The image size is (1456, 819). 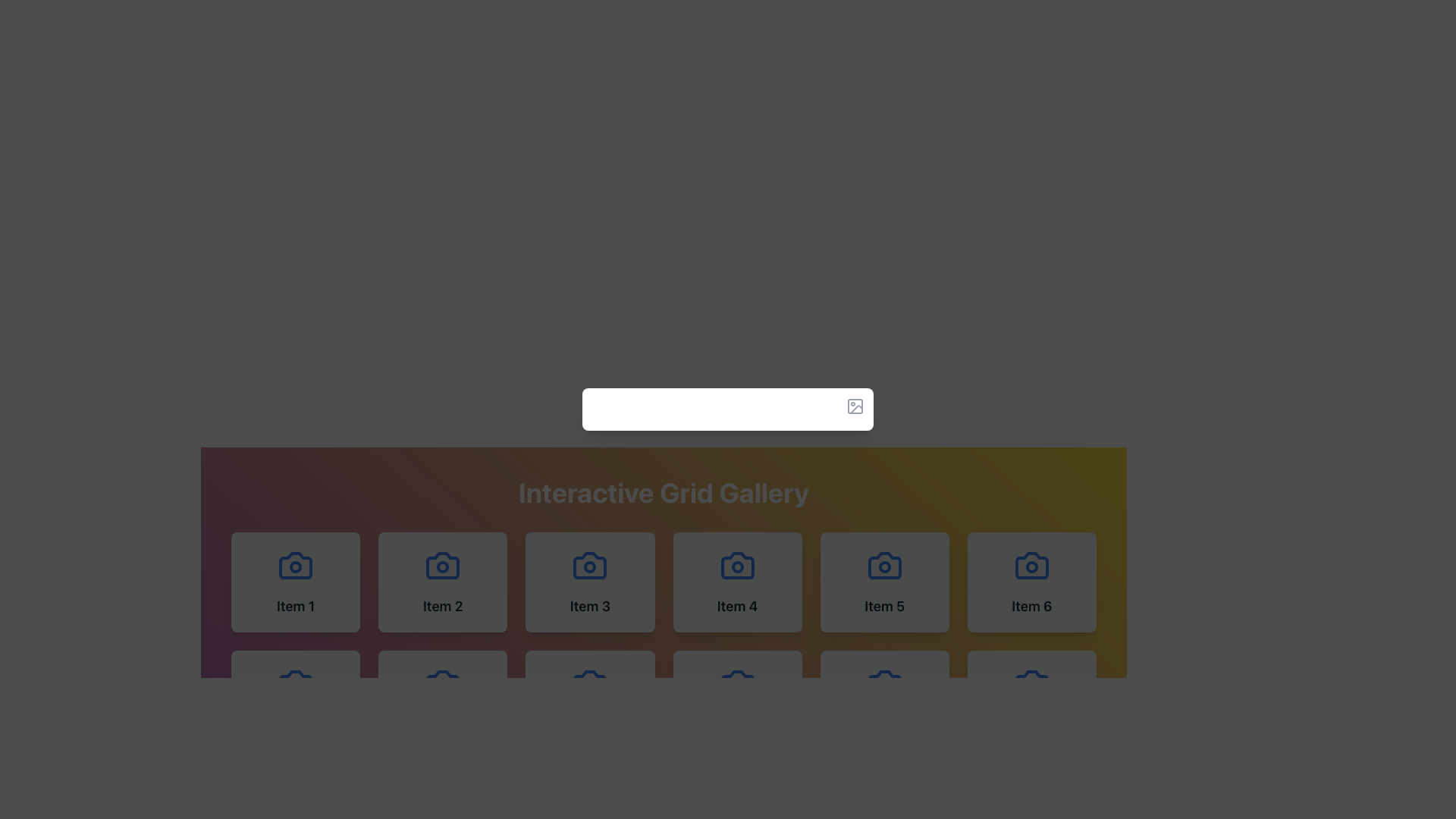 What do you see at coordinates (884, 567) in the screenshot?
I see `the small circular spot located within the lens icon of the camera-shaped graphical representation for 'Item 5'` at bounding box center [884, 567].